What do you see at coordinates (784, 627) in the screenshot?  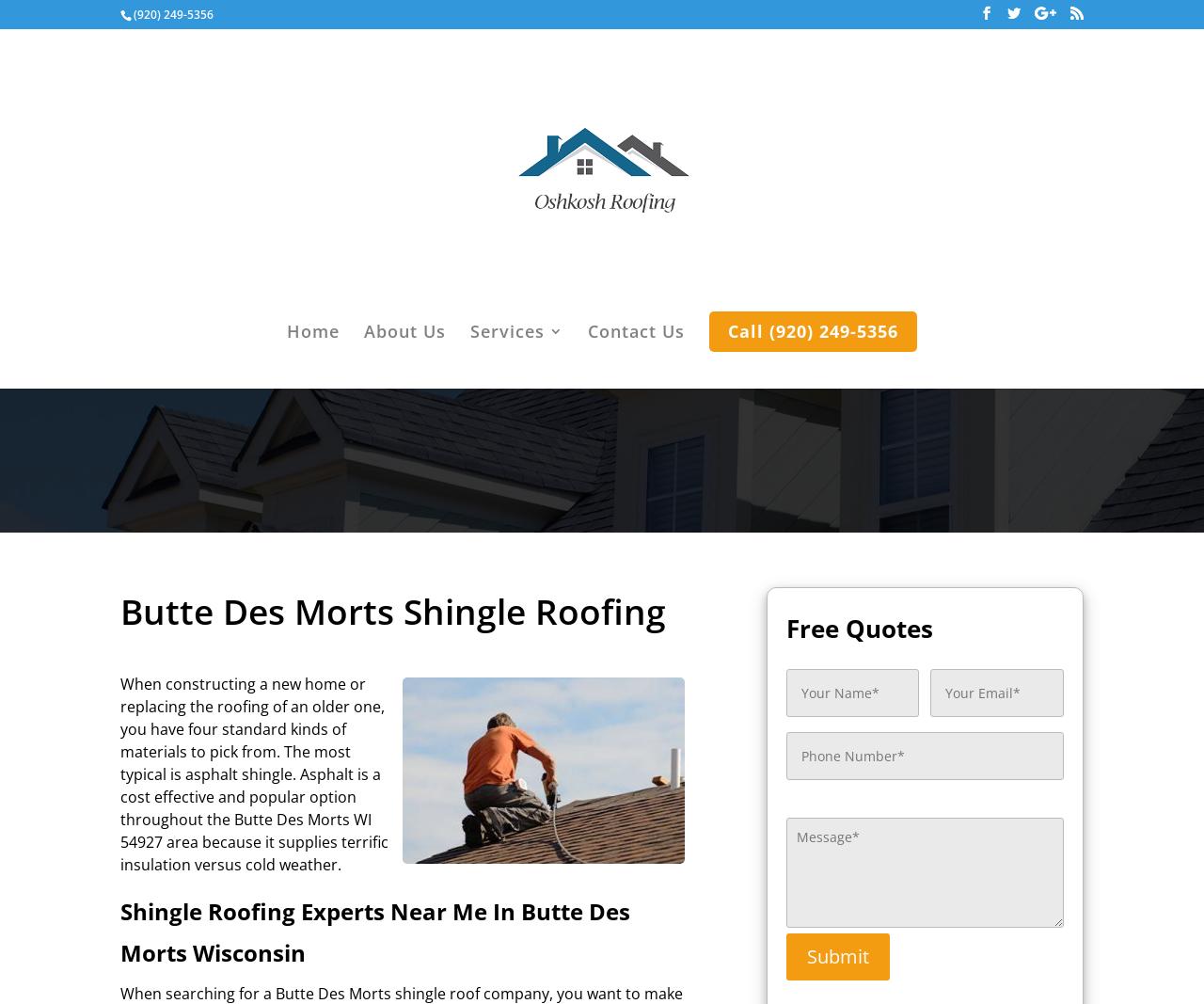 I see `'Free Quotes'` at bounding box center [784, 627].